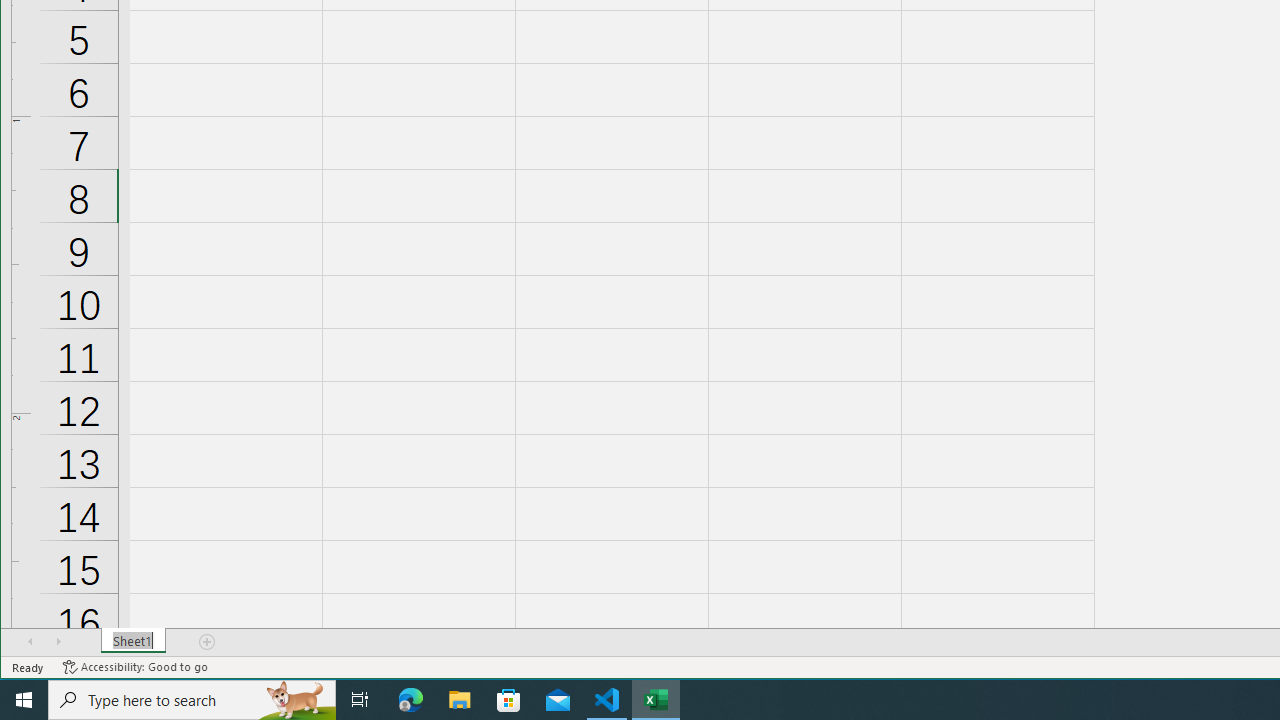 The image size is (1280, 720). What do you see at coordinates (132, 641) in the screenshot?
I see `'Sheet Tab'` at bounding box center [132, 641].